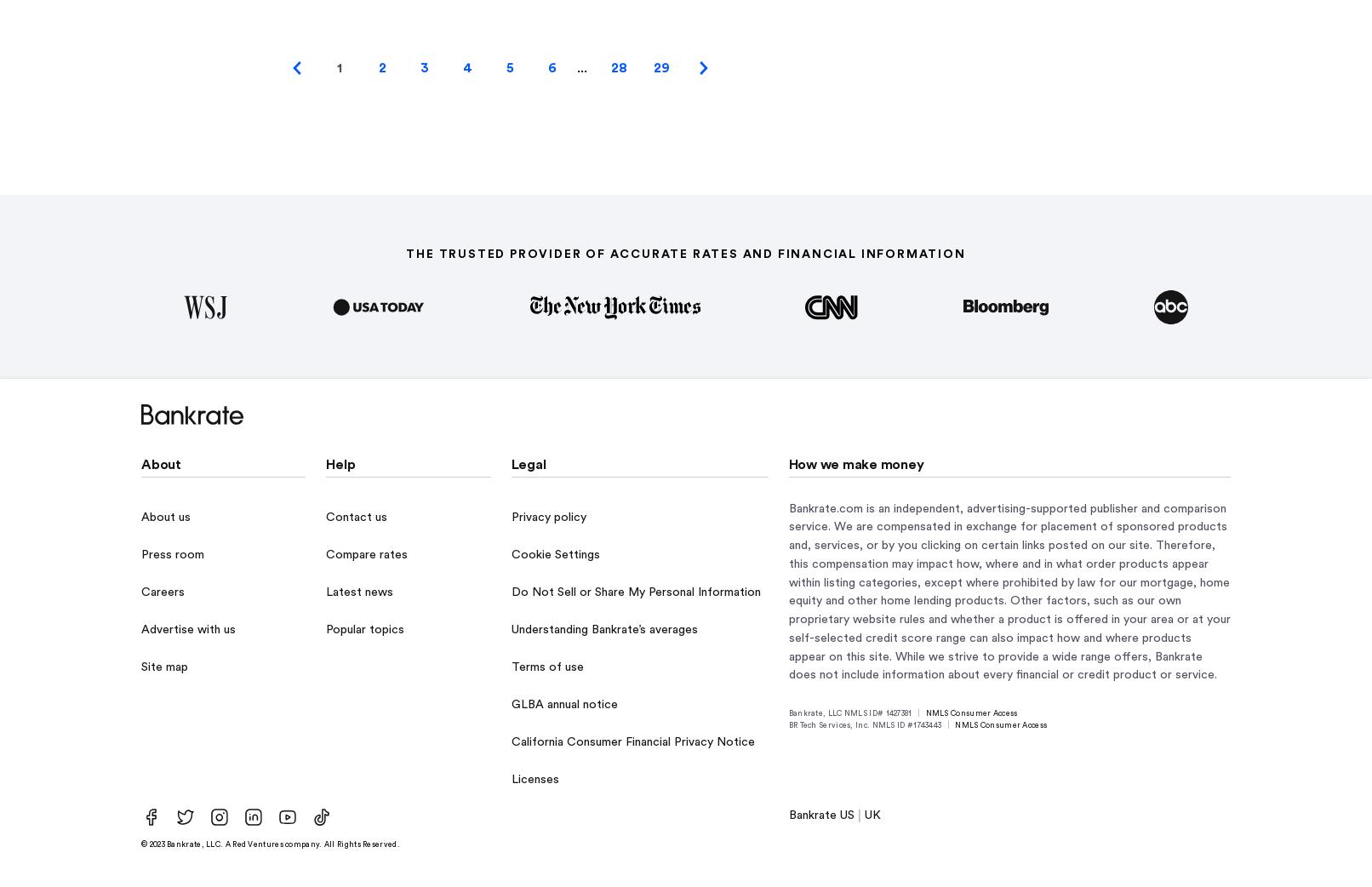 The height and width of the screenshot is (887, 1372). What do you see at coordinates (338, 66) in the screenshot?
I see `'1'` at bounding box center [338, 66].